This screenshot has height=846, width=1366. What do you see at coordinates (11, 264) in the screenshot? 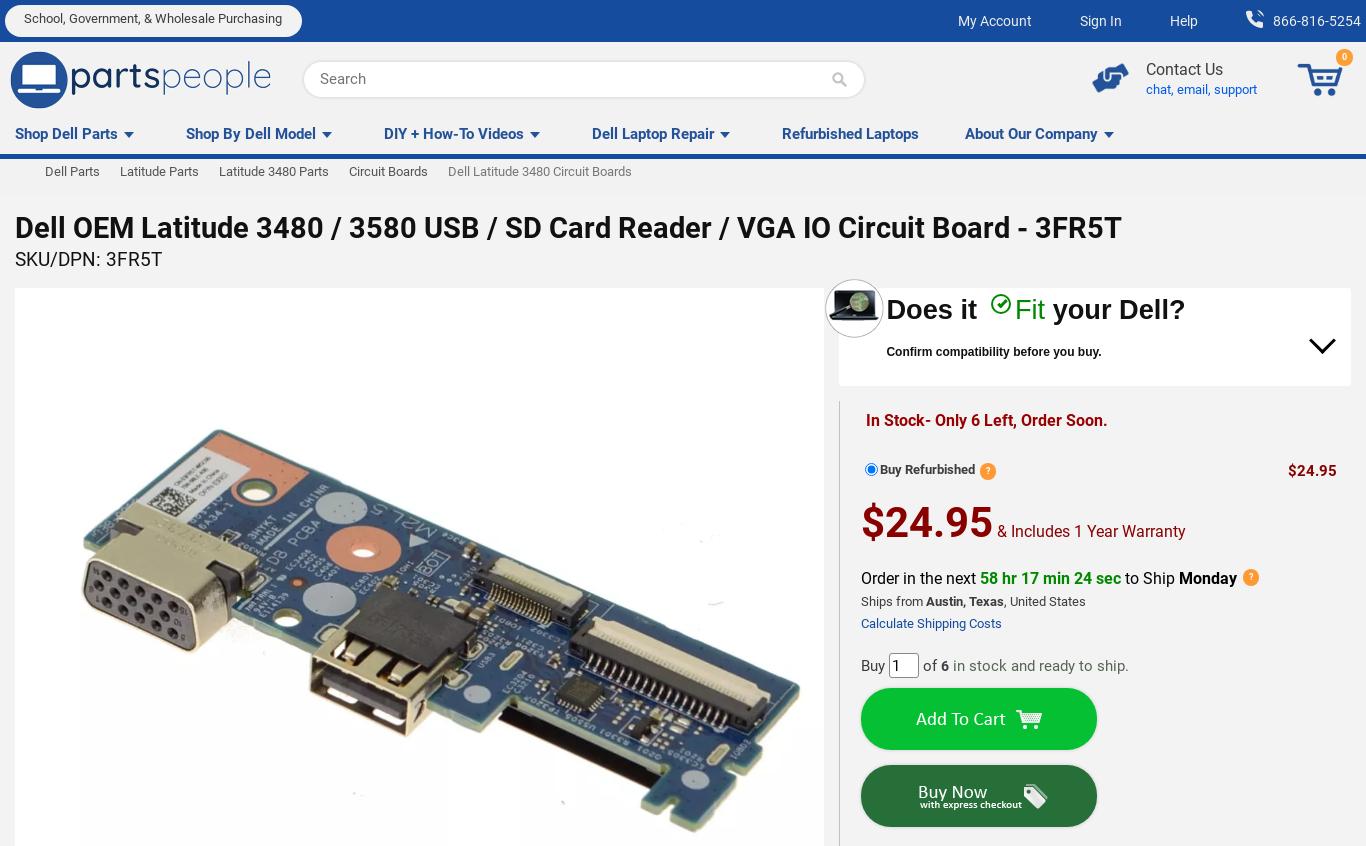
I see `'System & Motherboards'` at bounding box center [11, 264].